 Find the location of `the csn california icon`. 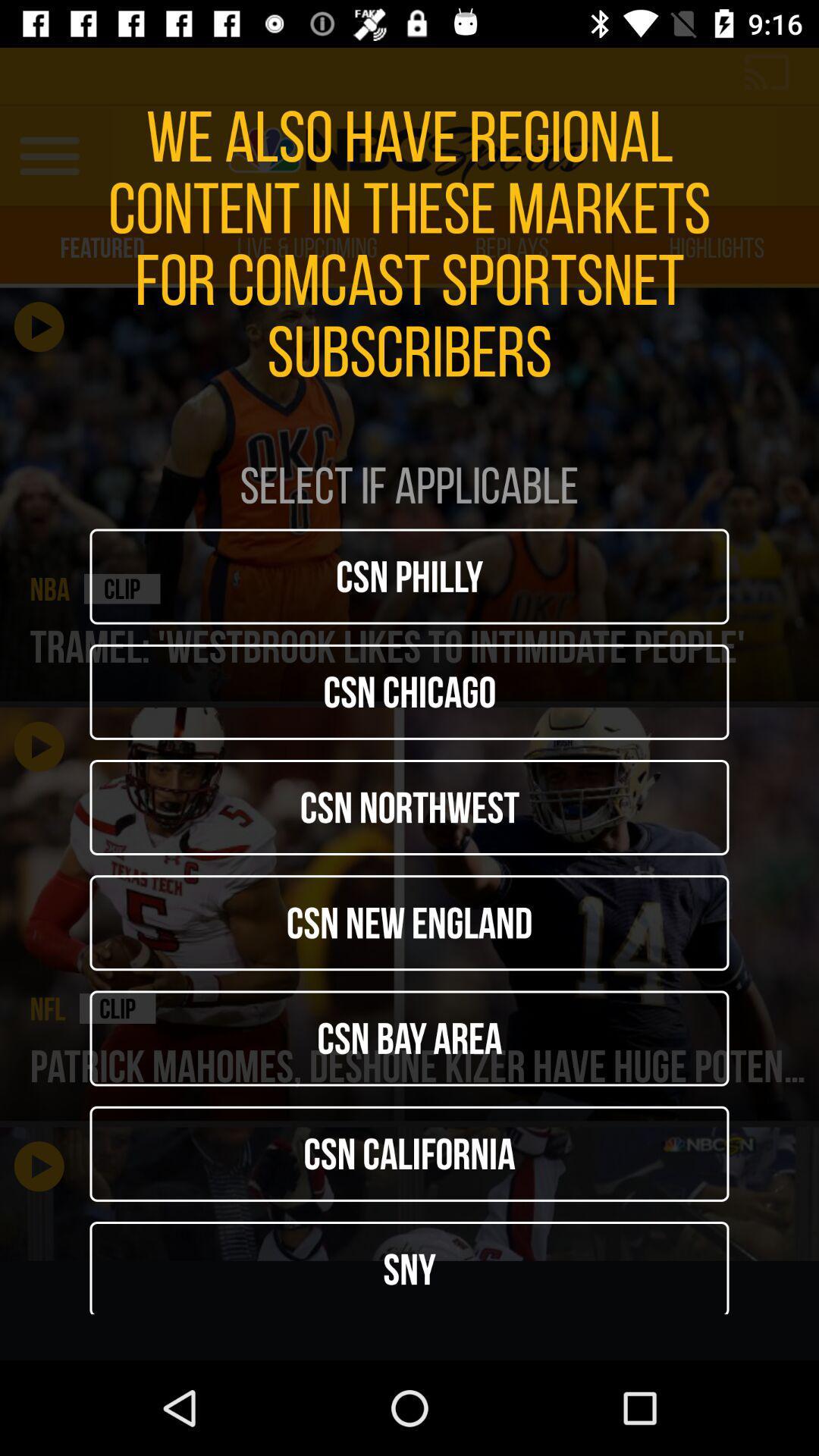

the csn california icon is located at coordinates (409, 1153).